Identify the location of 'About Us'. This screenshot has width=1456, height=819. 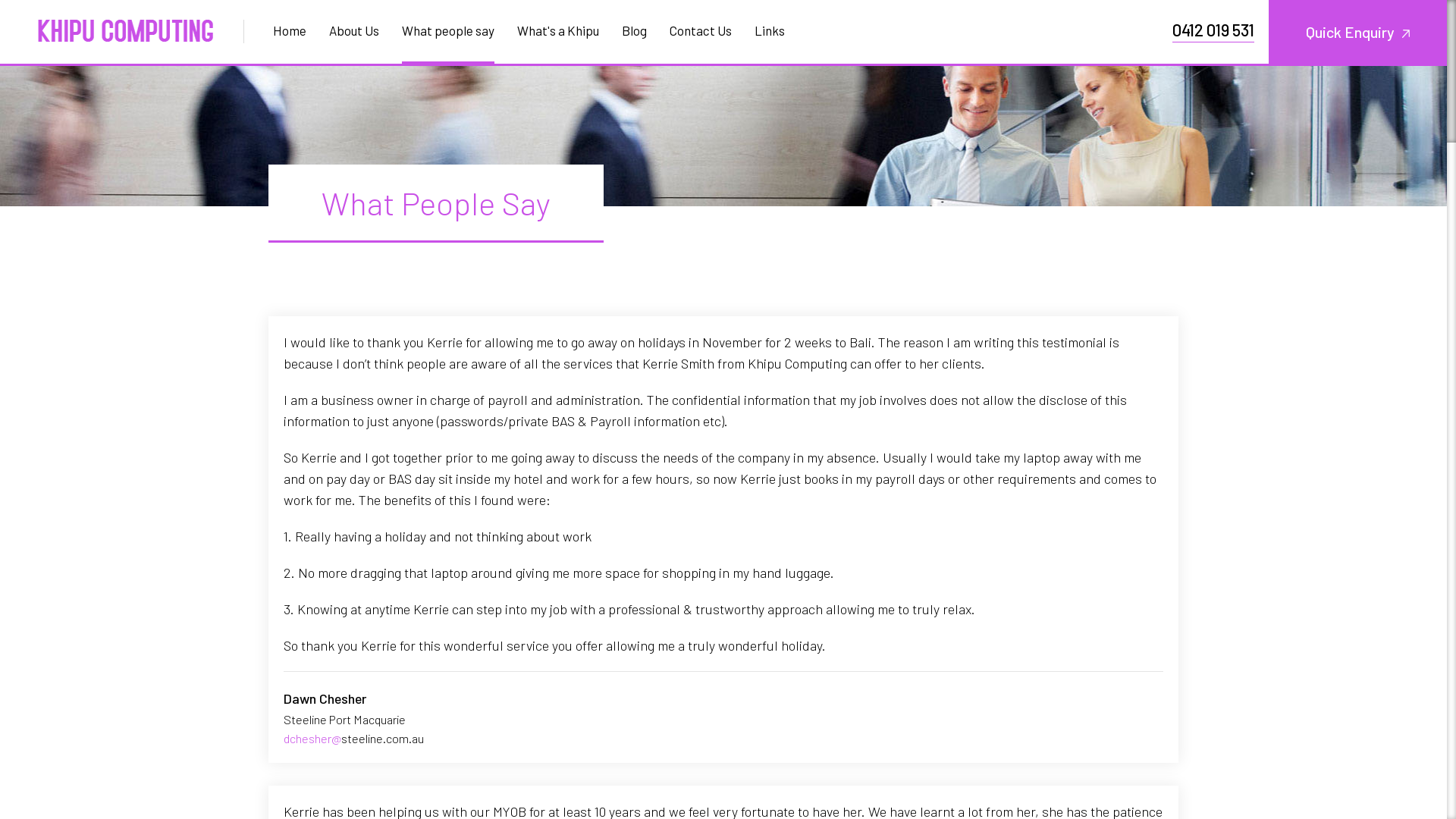
(353, 30).